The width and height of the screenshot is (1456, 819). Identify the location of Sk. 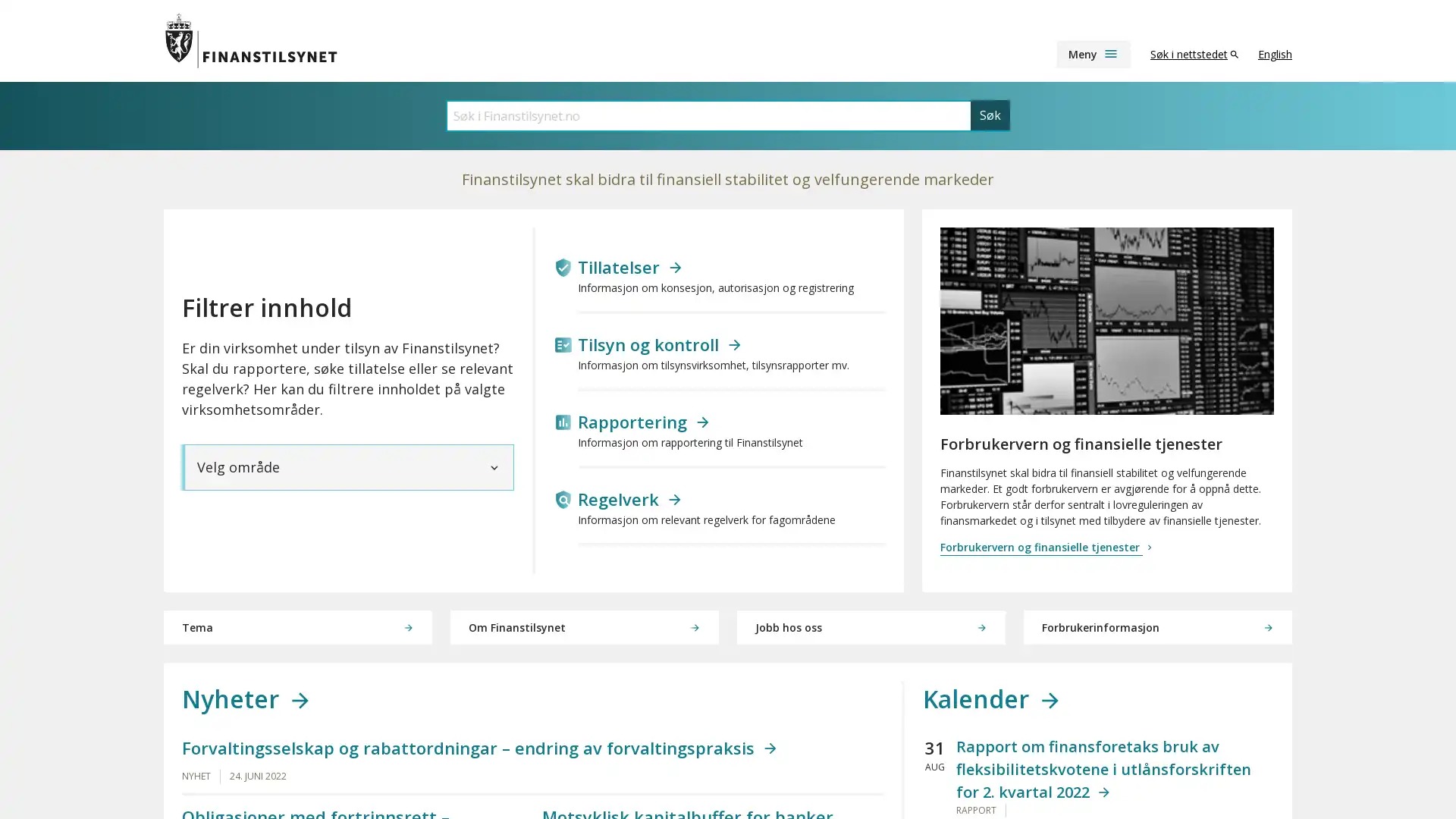
(990, 113).